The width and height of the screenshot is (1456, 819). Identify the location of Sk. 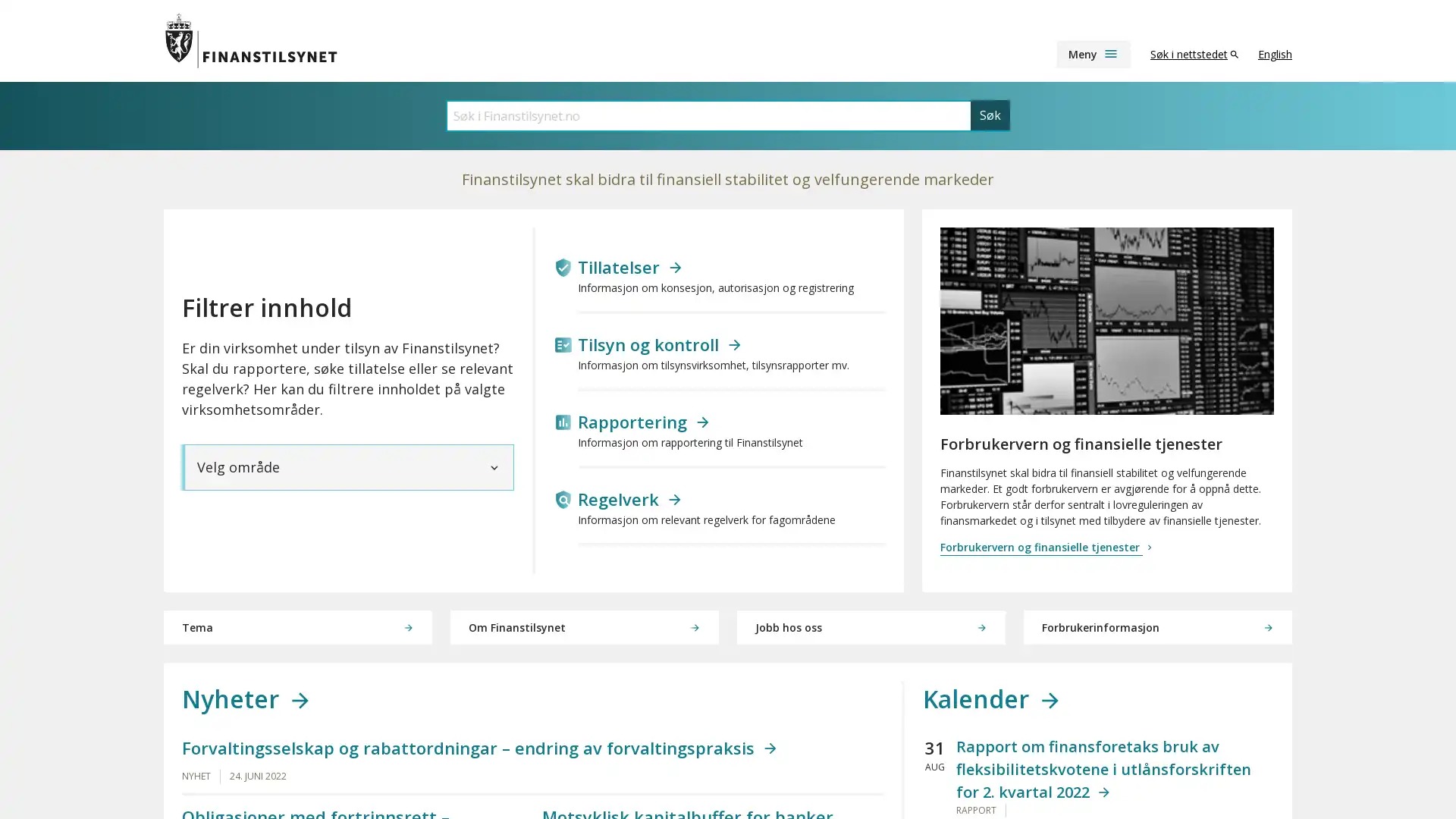
(990, 113).